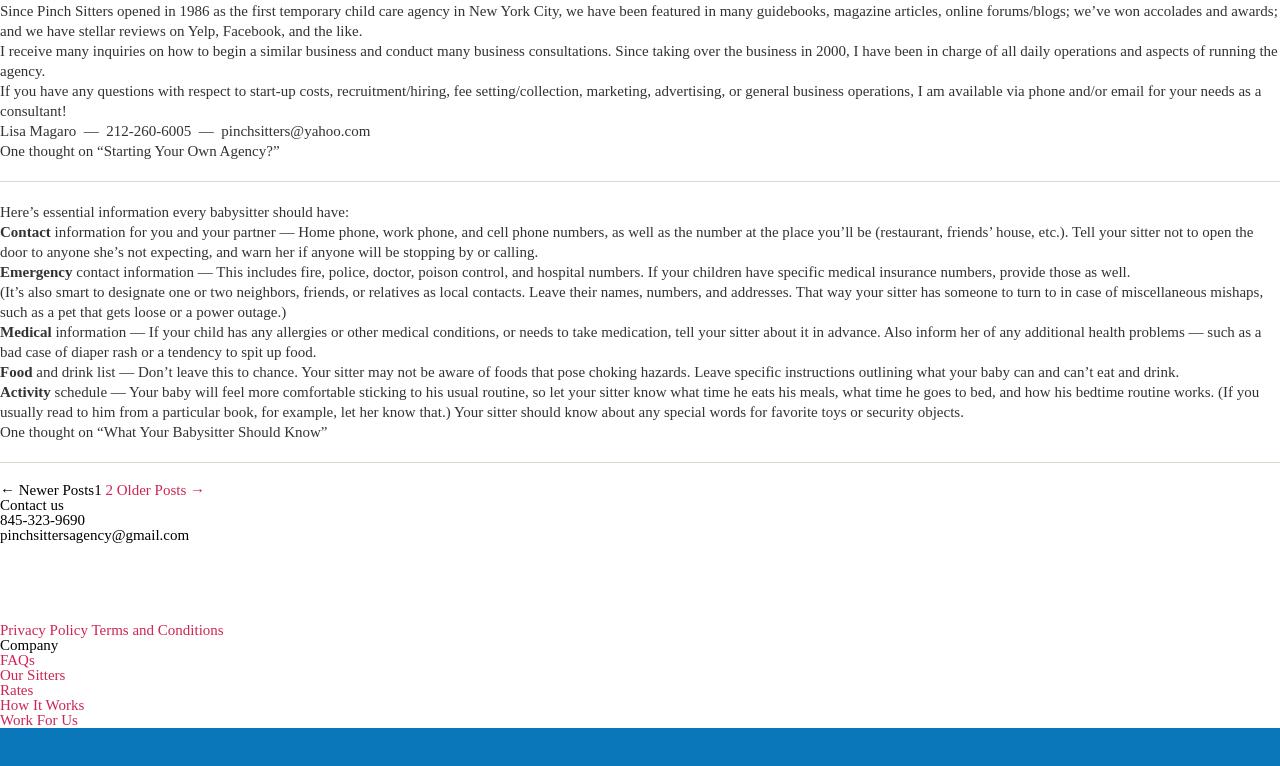 This screenshot has height=766, width=1280. What do you see at coordinates (138, 150) in the screenshot?
I see `'One thought on “Starting Your Own Agency?”'` at bounding box center [138, 150].